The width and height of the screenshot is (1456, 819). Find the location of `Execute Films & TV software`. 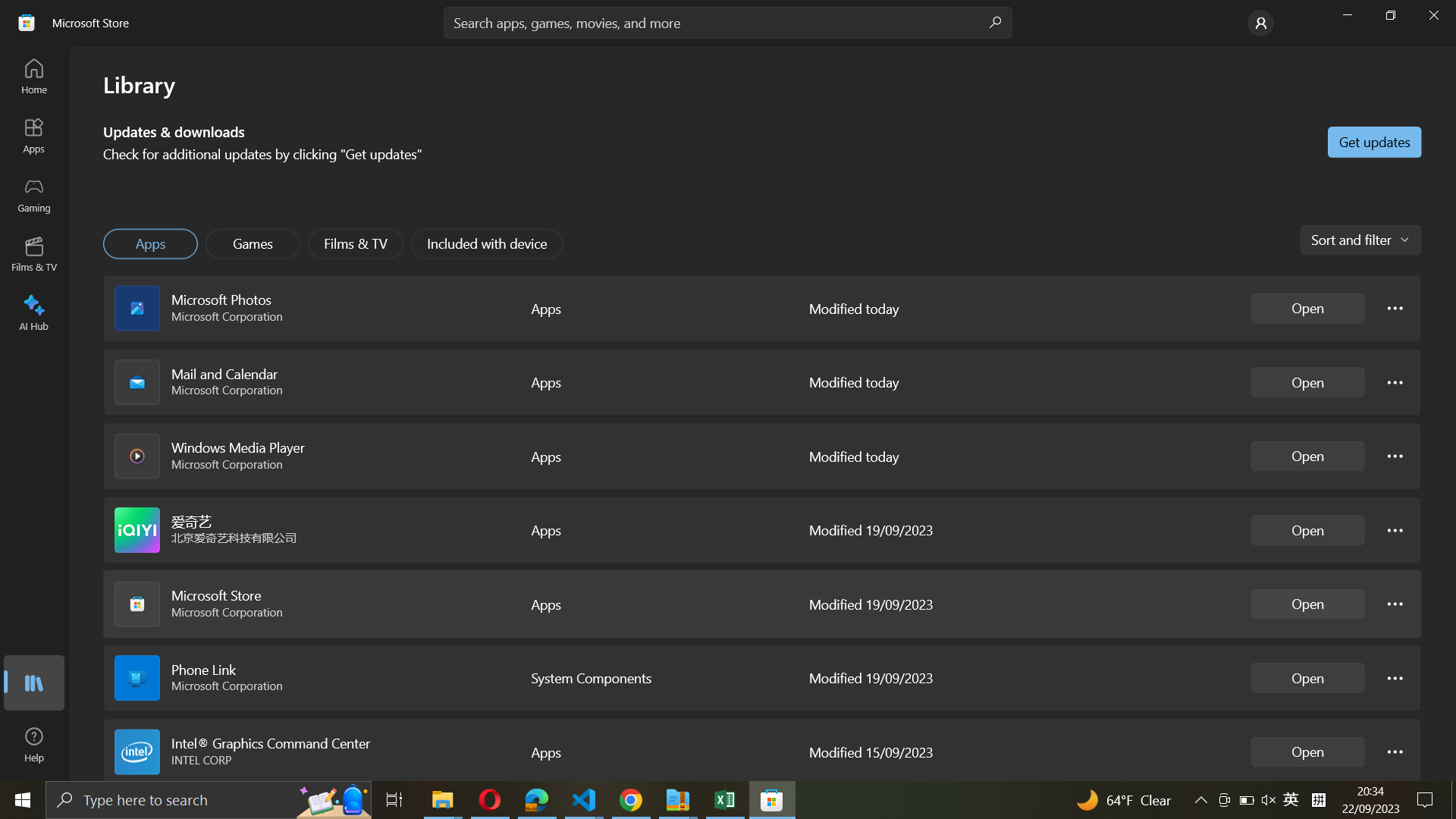

Execute Films & TV software is located at coordinates (355, 243).